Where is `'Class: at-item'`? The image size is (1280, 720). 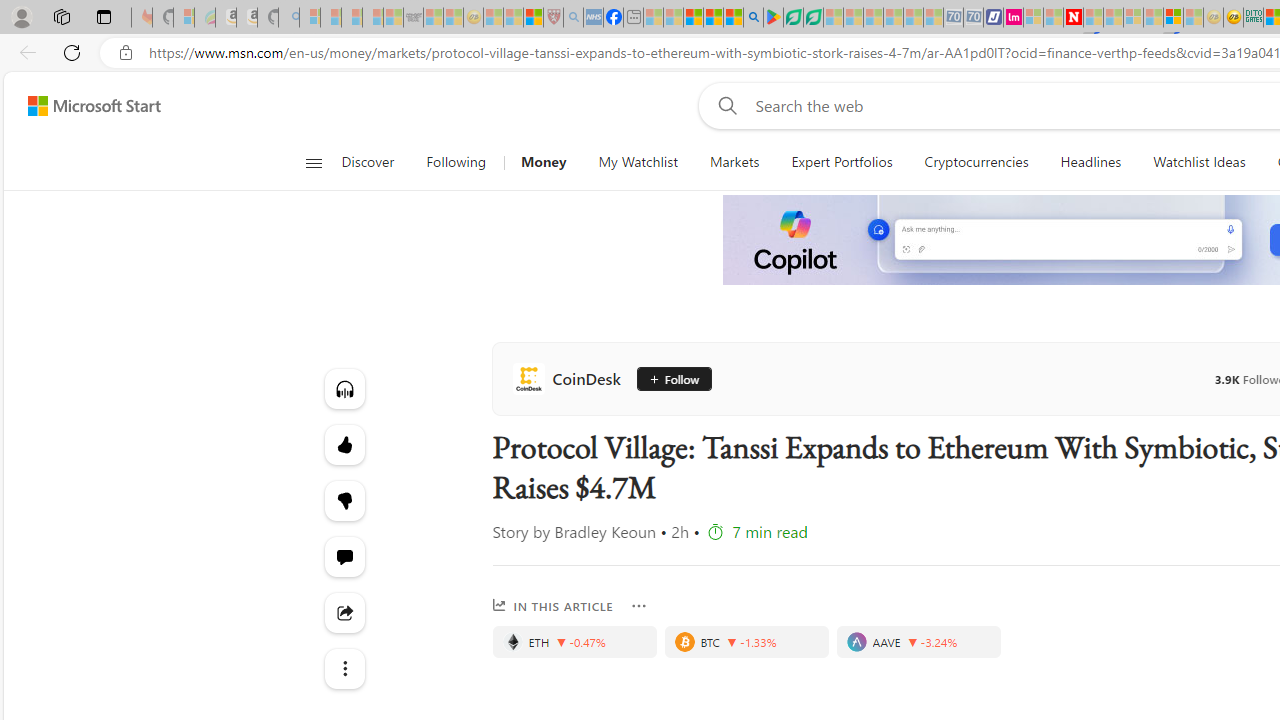 'Class: at-item' is located at coordinates (344, 668).